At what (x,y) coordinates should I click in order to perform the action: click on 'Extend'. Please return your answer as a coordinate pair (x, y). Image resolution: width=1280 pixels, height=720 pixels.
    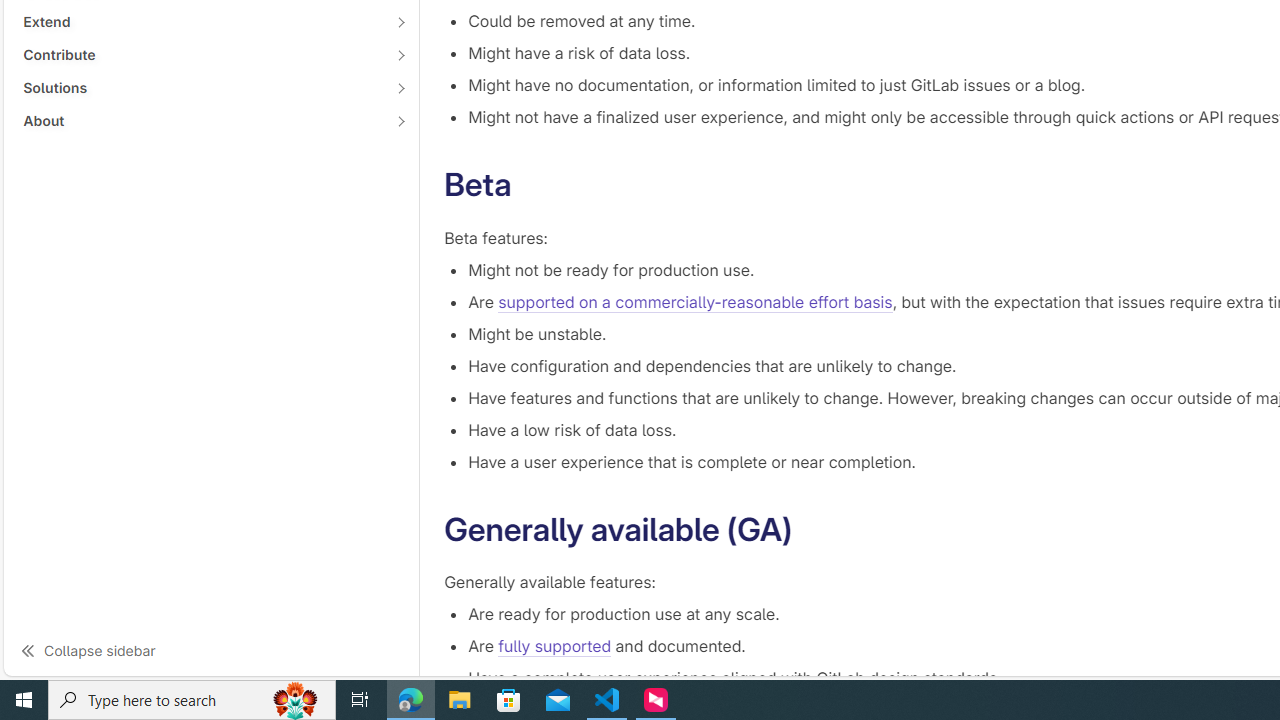
    Looking at the image, I should click on (200, 21).